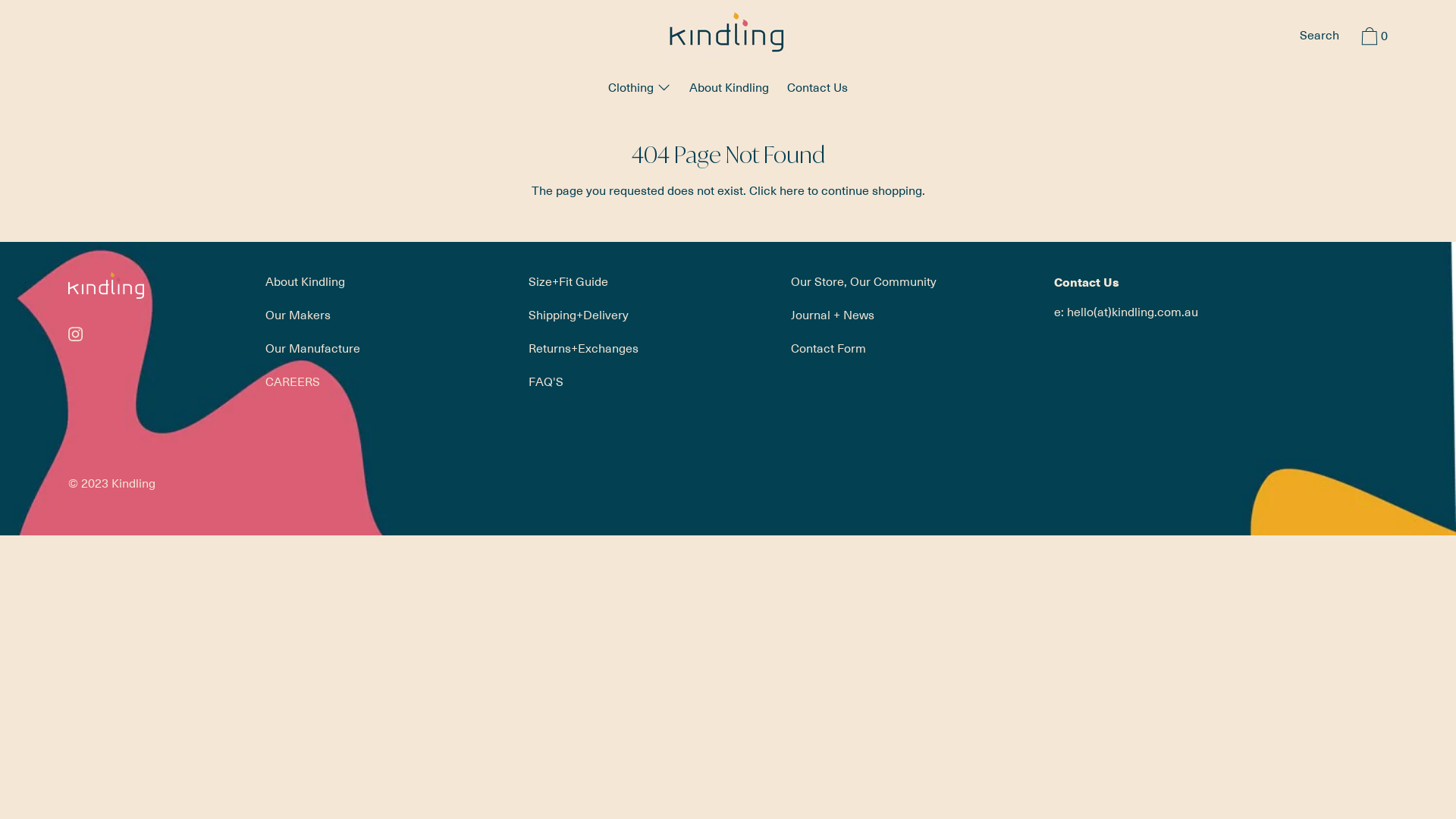 This screenshot has width=1456, height=819. I want to click on 'Size+Fit Guide', so click(567, 281).